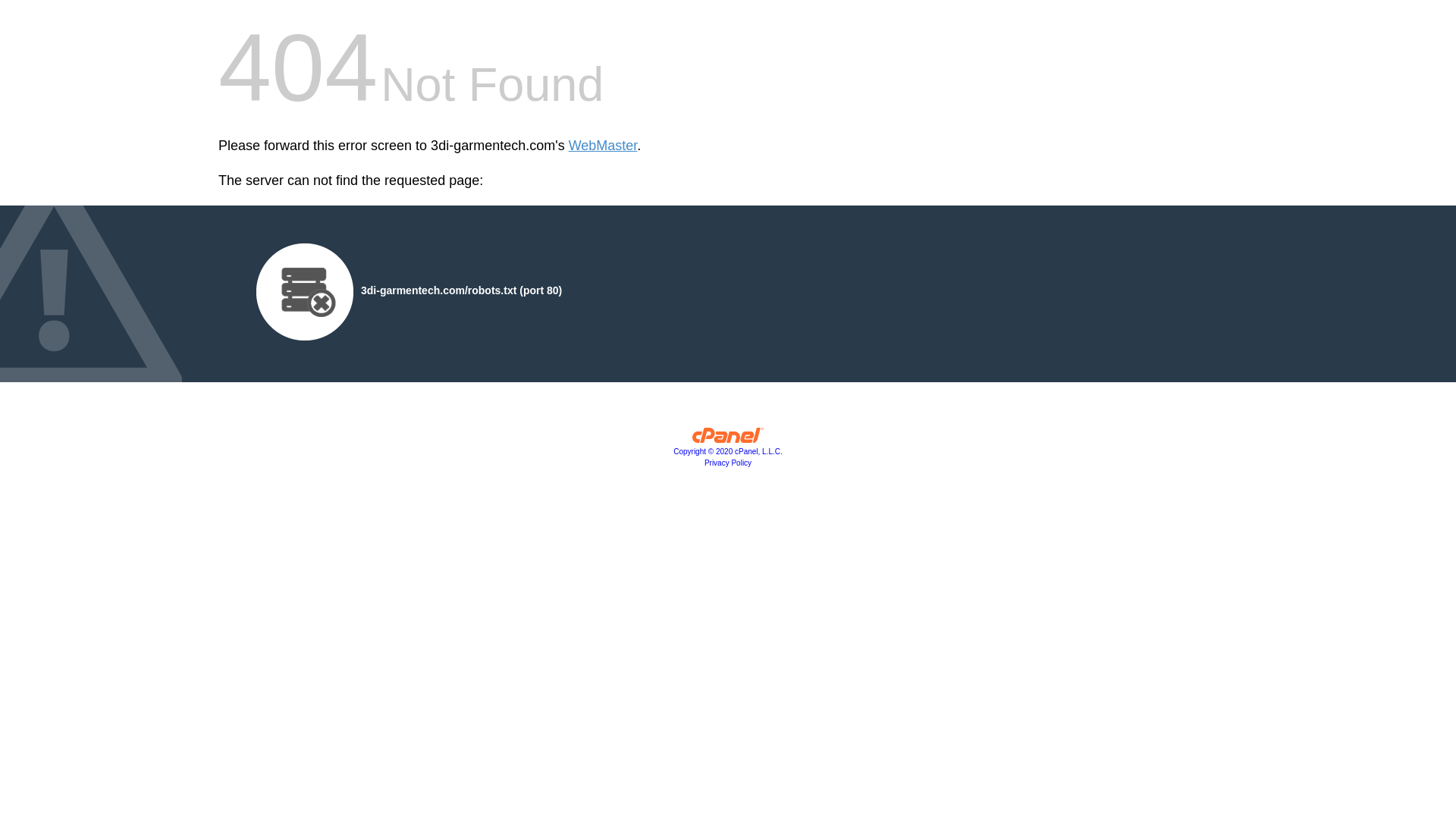 The image size is (1456, 819). I want to click on 'cPanel, Inc.', so click(728, 438).